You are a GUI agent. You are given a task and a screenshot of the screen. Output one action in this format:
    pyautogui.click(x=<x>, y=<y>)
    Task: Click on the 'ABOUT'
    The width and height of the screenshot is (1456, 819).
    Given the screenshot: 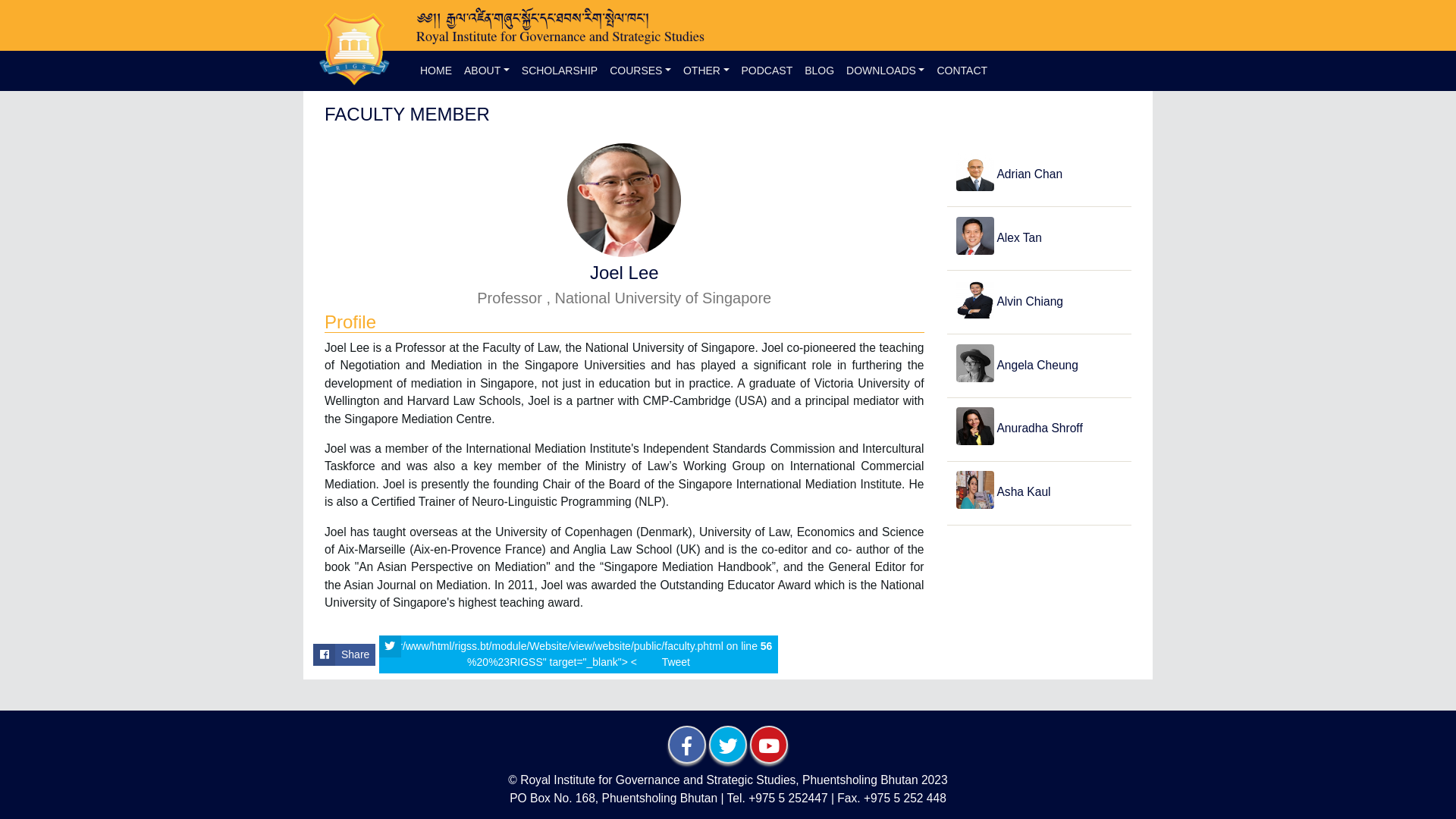 What is the action you would take?
    pyautogui.click(x=487, y=71)
    